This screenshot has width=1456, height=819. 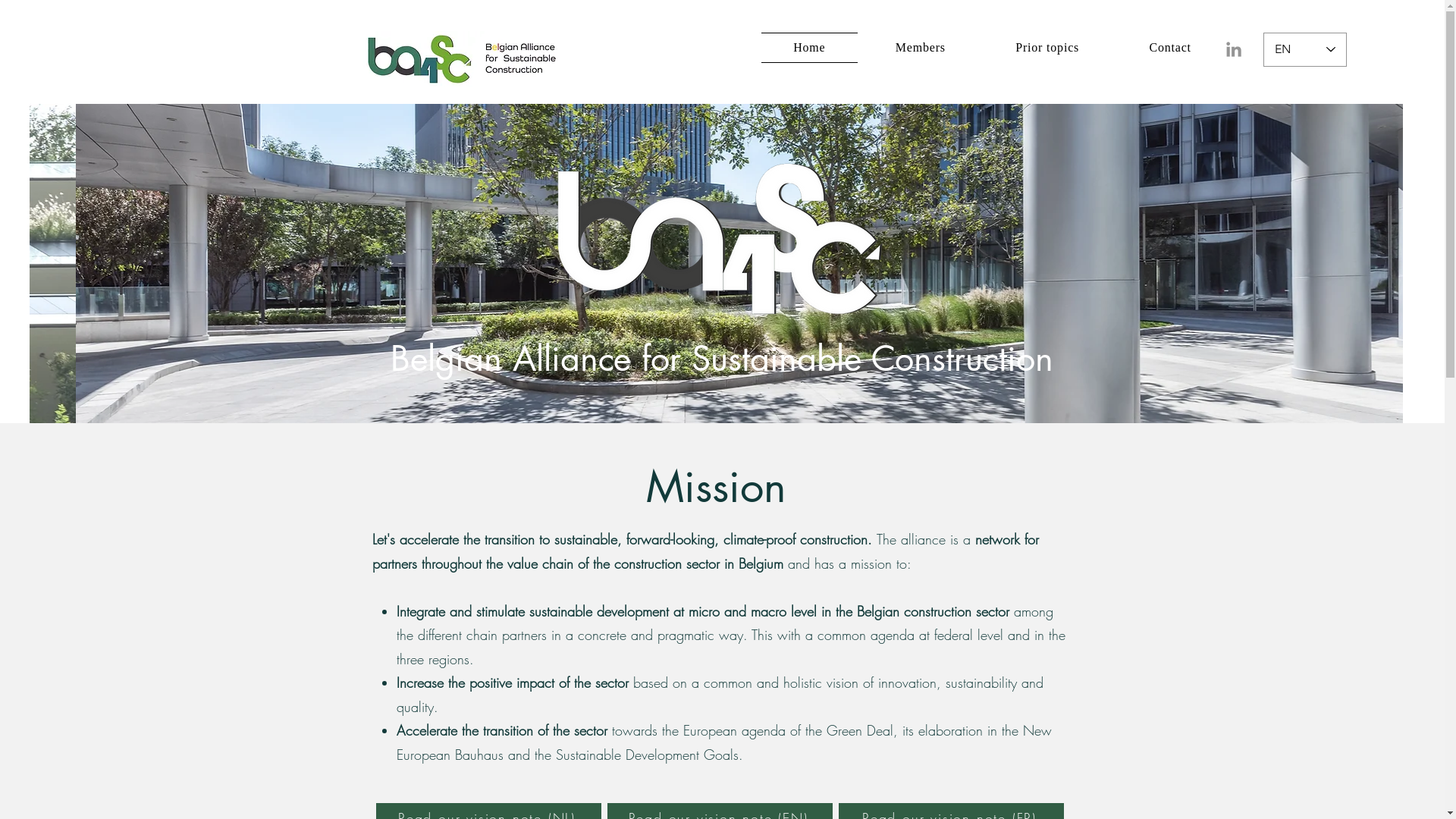 I want to click on 'Prior topics', so click(x=1046, y=46).